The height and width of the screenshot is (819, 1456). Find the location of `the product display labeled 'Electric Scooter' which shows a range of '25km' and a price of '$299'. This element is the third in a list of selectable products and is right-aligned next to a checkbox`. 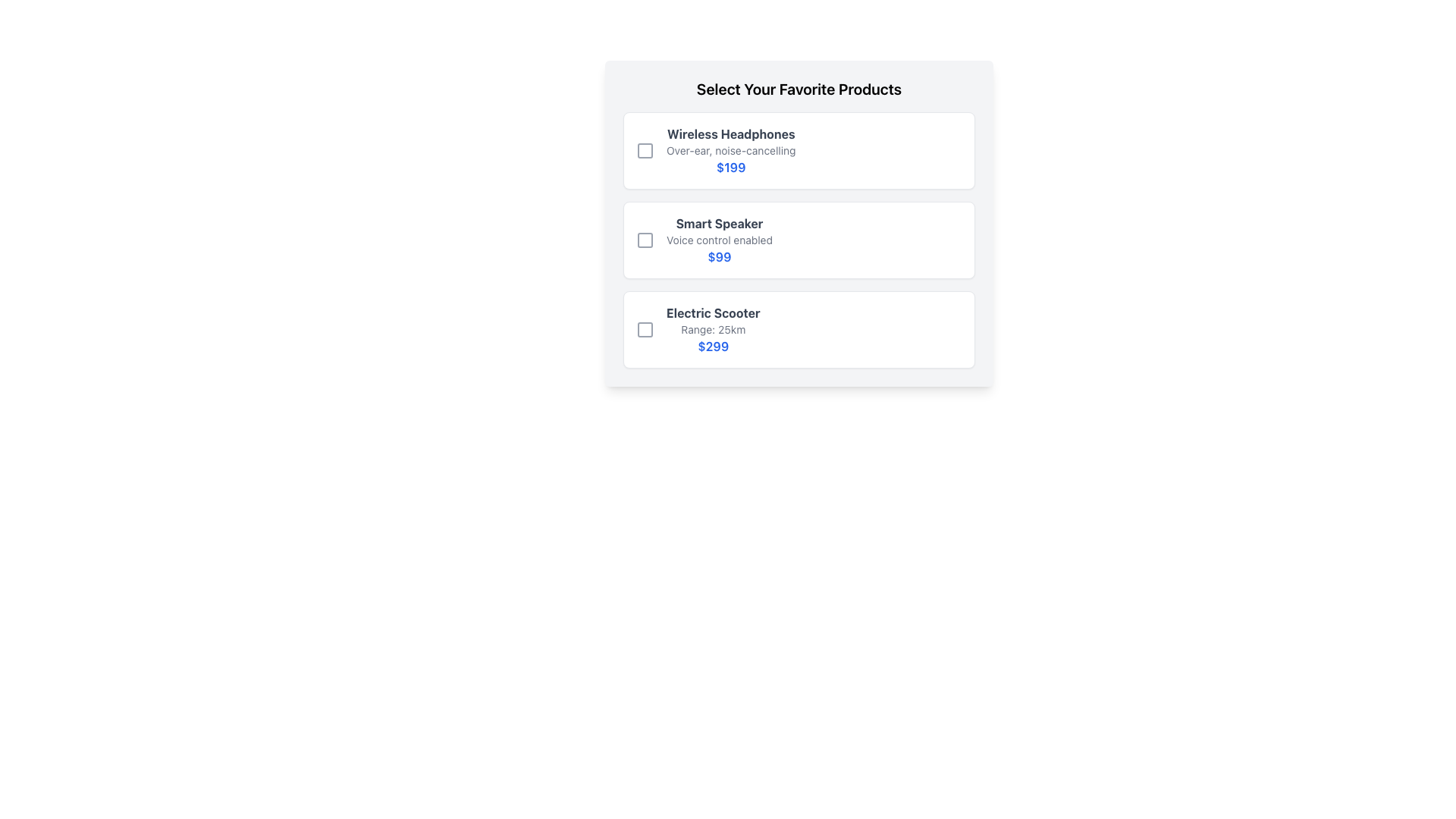

the product display labeled 'Electric Scooter' which shows a range of '25km' and a price of '$299'. This element is the third in a list of selectable products and is right-aligned next to a checkbox is located at coordinates (712, 329).